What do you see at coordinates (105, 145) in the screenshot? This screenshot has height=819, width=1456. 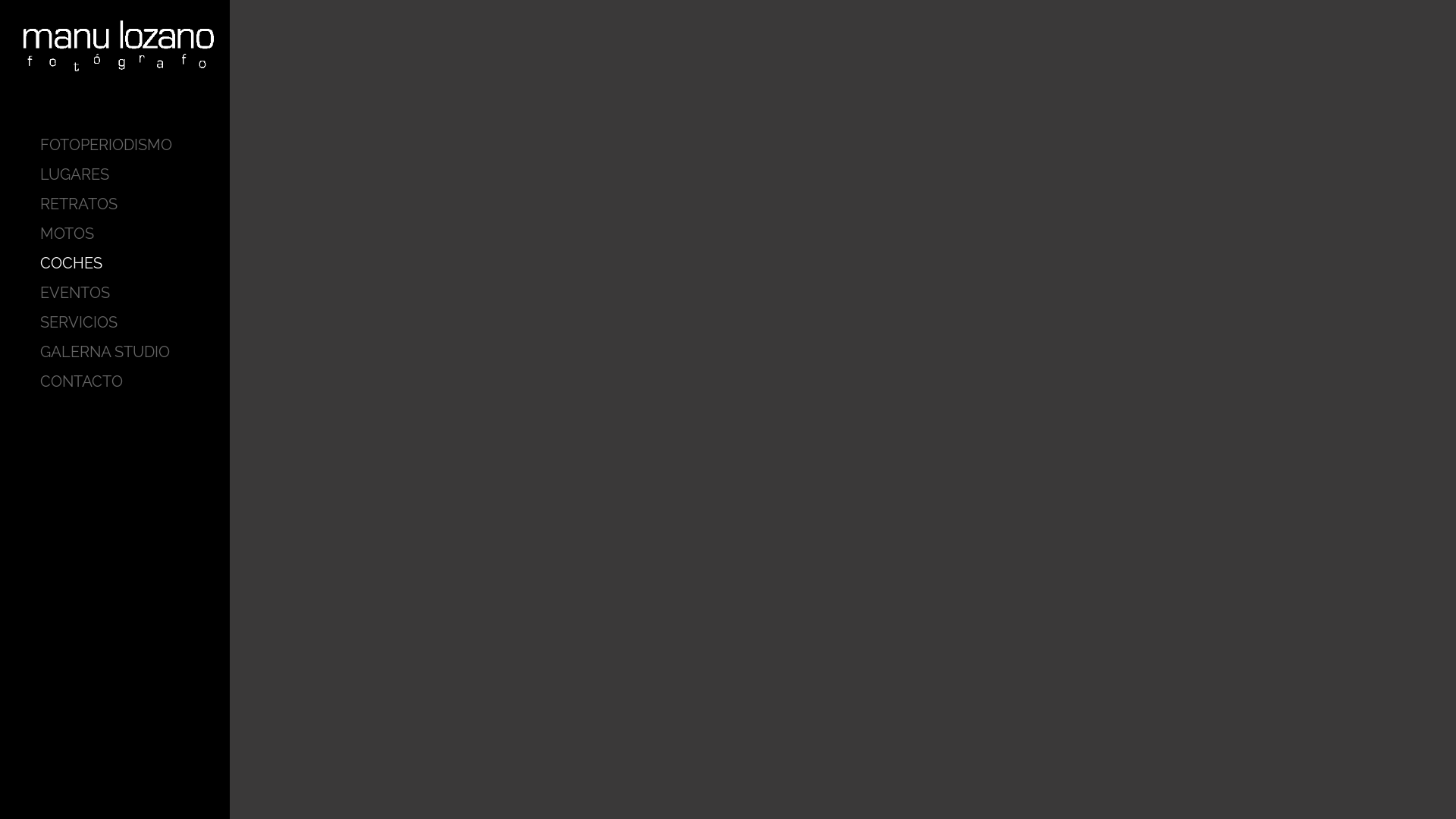 I see `'FOTOPERIODISMO'` at bounding box center [105, 145].